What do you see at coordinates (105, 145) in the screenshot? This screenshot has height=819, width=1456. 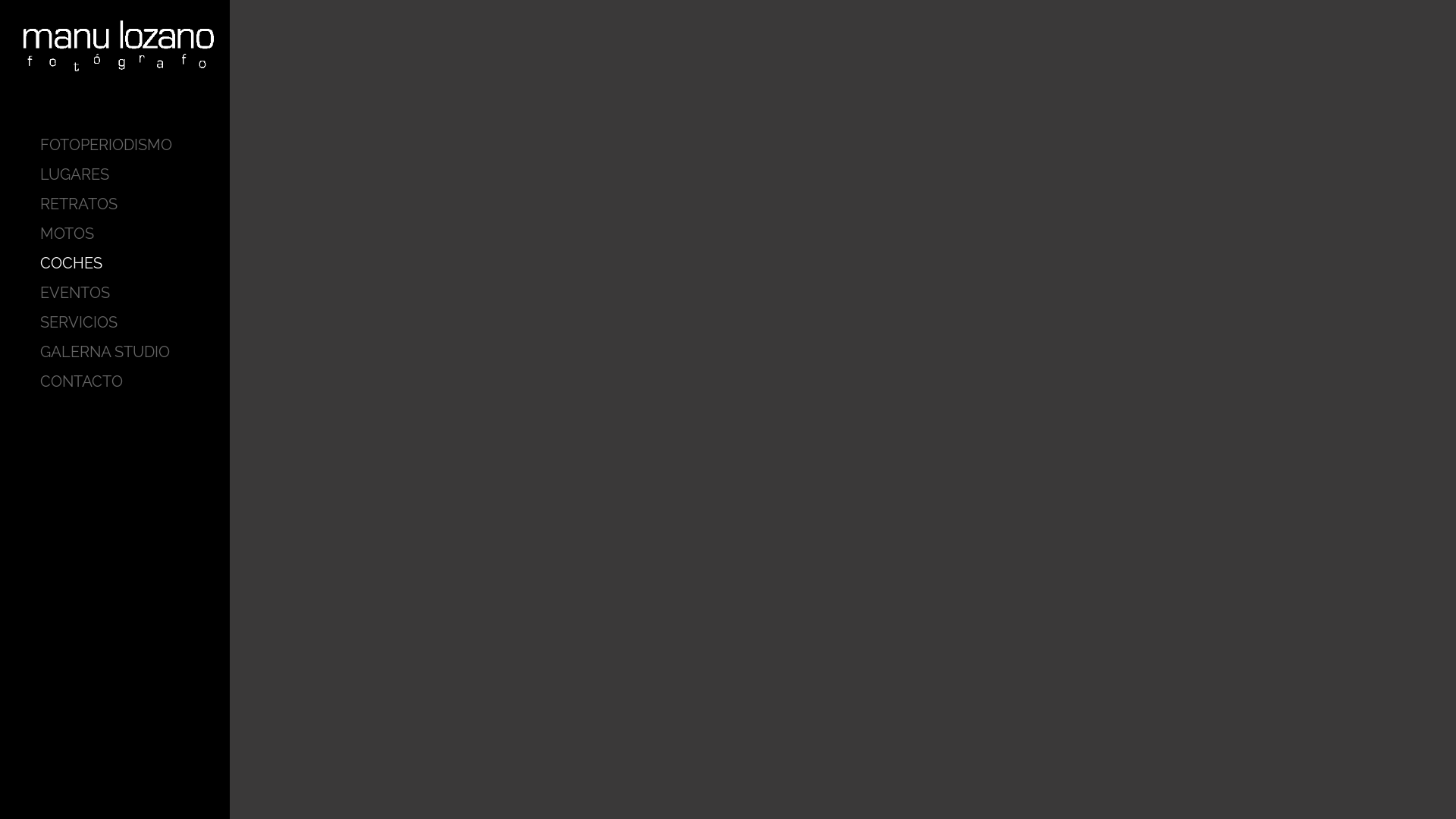 I see `'FOTOPERIODISMO'` at bounding box center [105, 145].